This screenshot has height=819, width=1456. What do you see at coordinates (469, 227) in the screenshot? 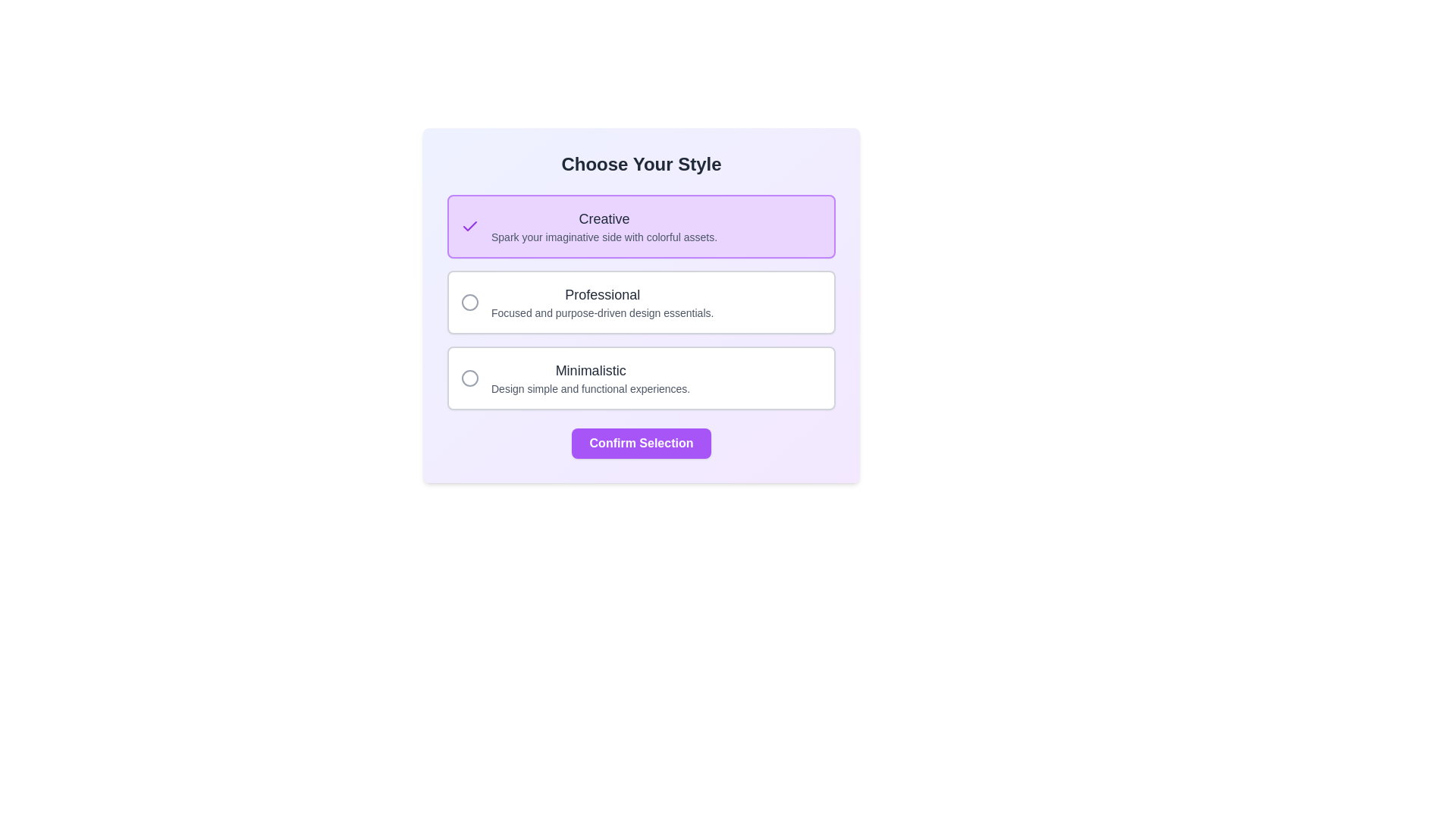
I see `the visual indicator for the 'Creative' option in the selection list located at the top-left corner next to its descriptive text` at bounding box center [469, 227].